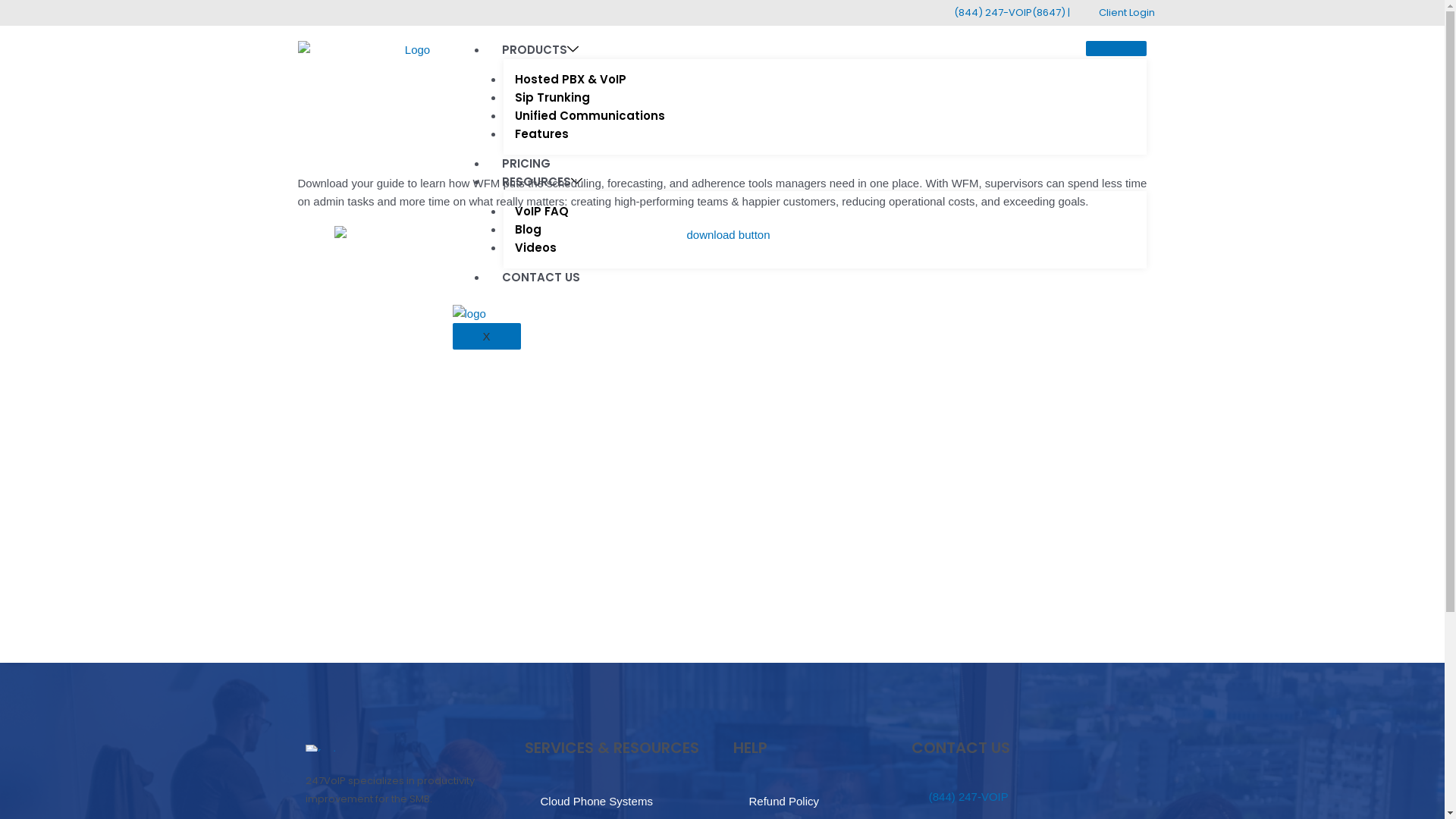  Describe the element at coordinates (595, 800) in the screenshot. I see `'Cloud Phone Systems'` at that location.